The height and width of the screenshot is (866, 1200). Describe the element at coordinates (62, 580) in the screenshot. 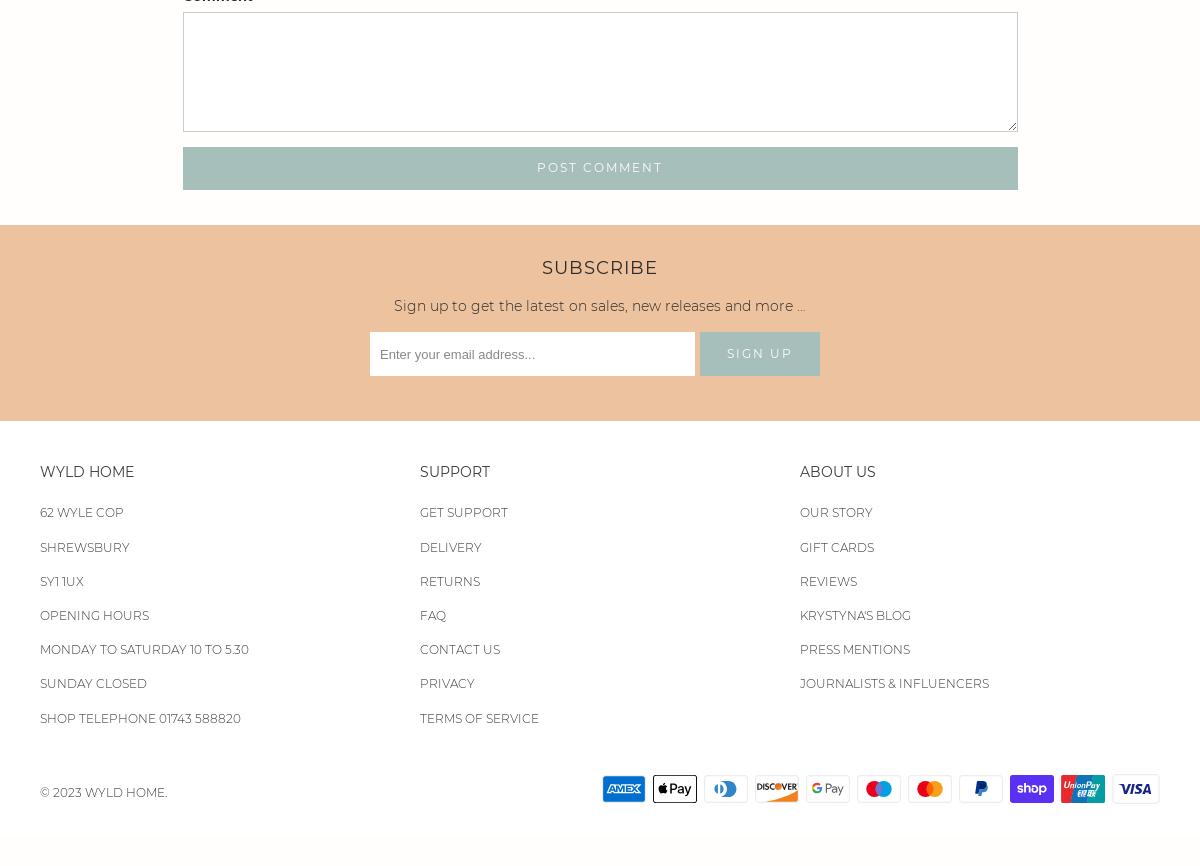

I see `'SY1 1UX'` at that location.